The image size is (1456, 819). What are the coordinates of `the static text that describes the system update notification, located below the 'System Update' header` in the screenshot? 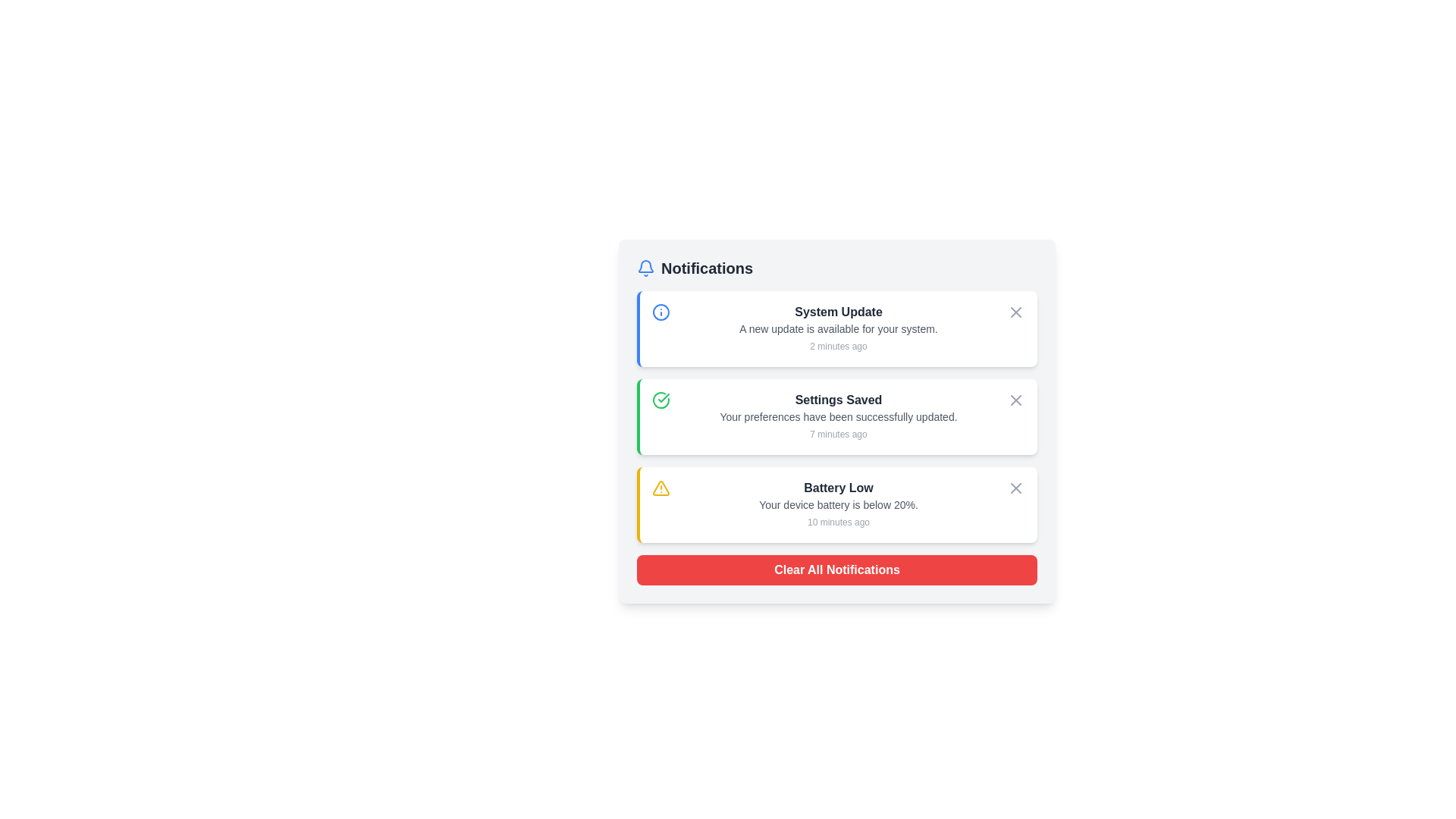 It's located at (837, 328).